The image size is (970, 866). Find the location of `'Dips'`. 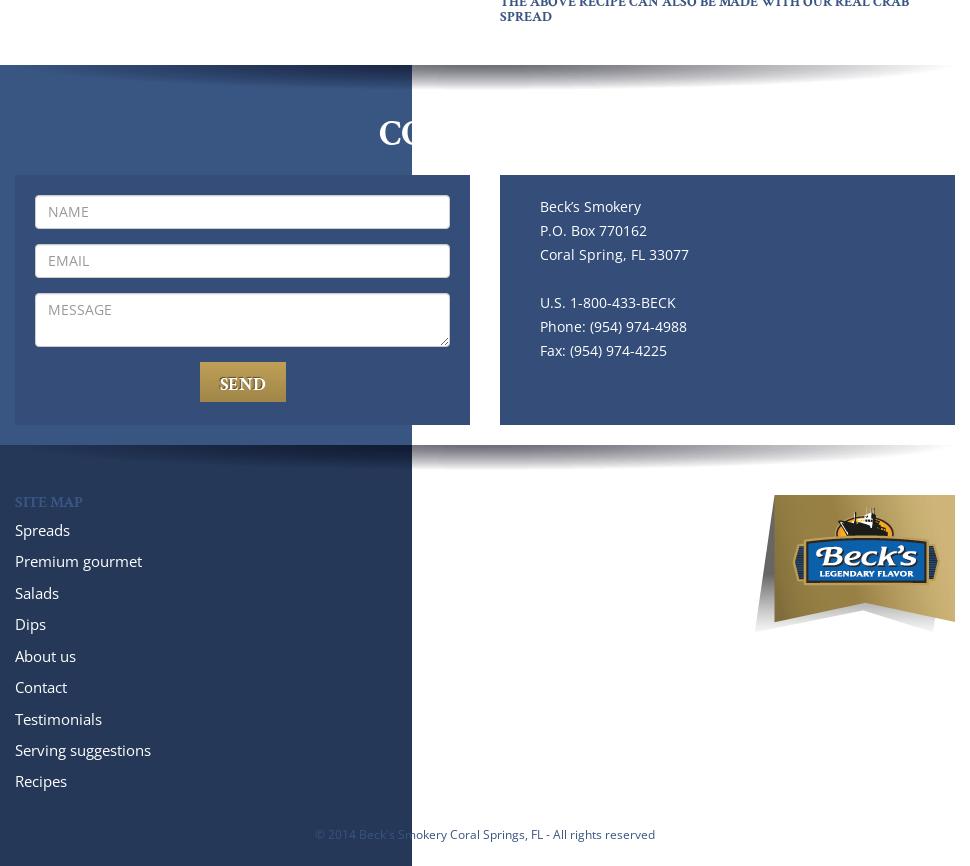

'Dips' is located at coordinates (30, 624).